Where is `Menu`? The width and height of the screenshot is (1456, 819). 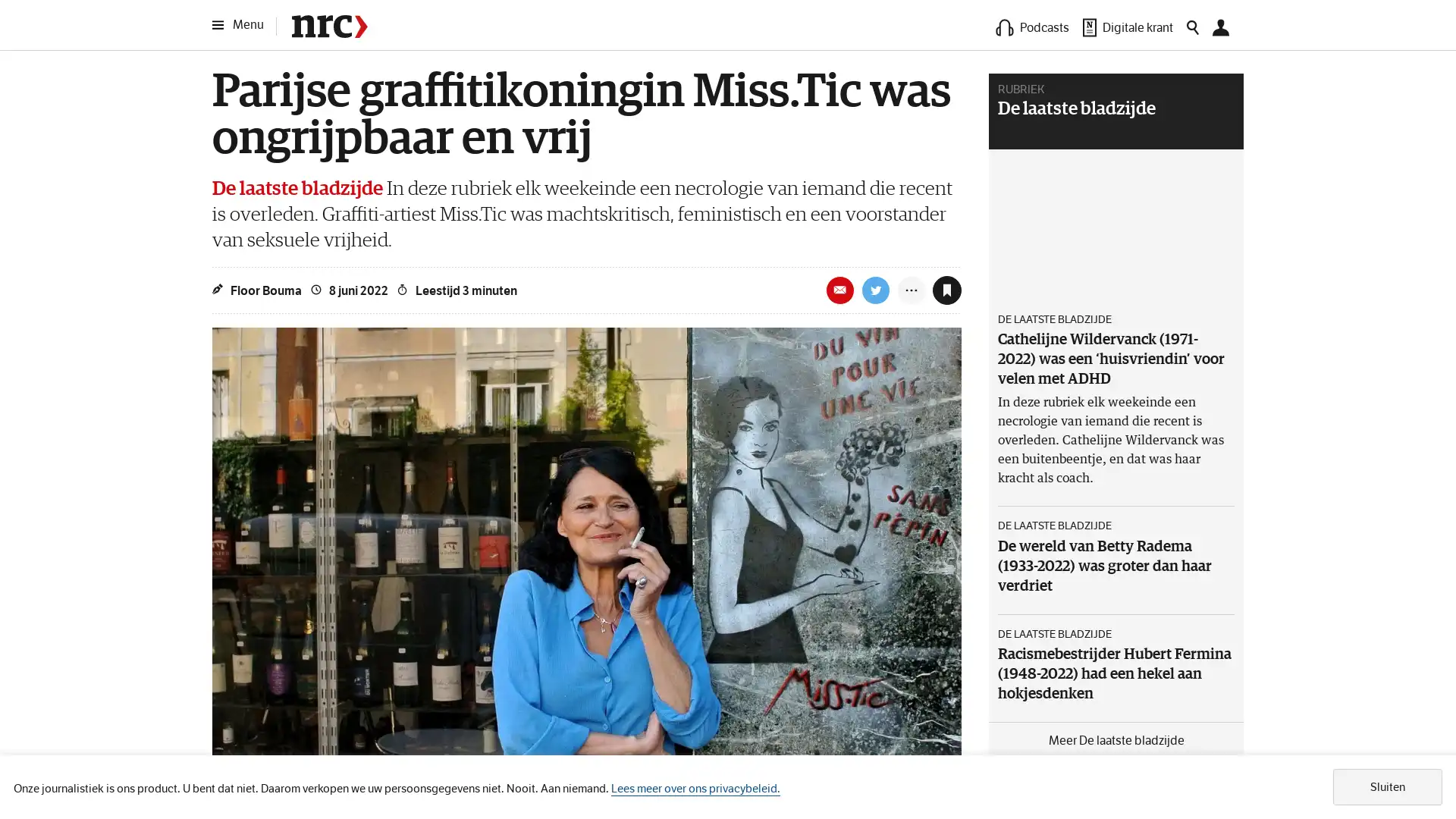 Menu is located at coordinates (243, 25).